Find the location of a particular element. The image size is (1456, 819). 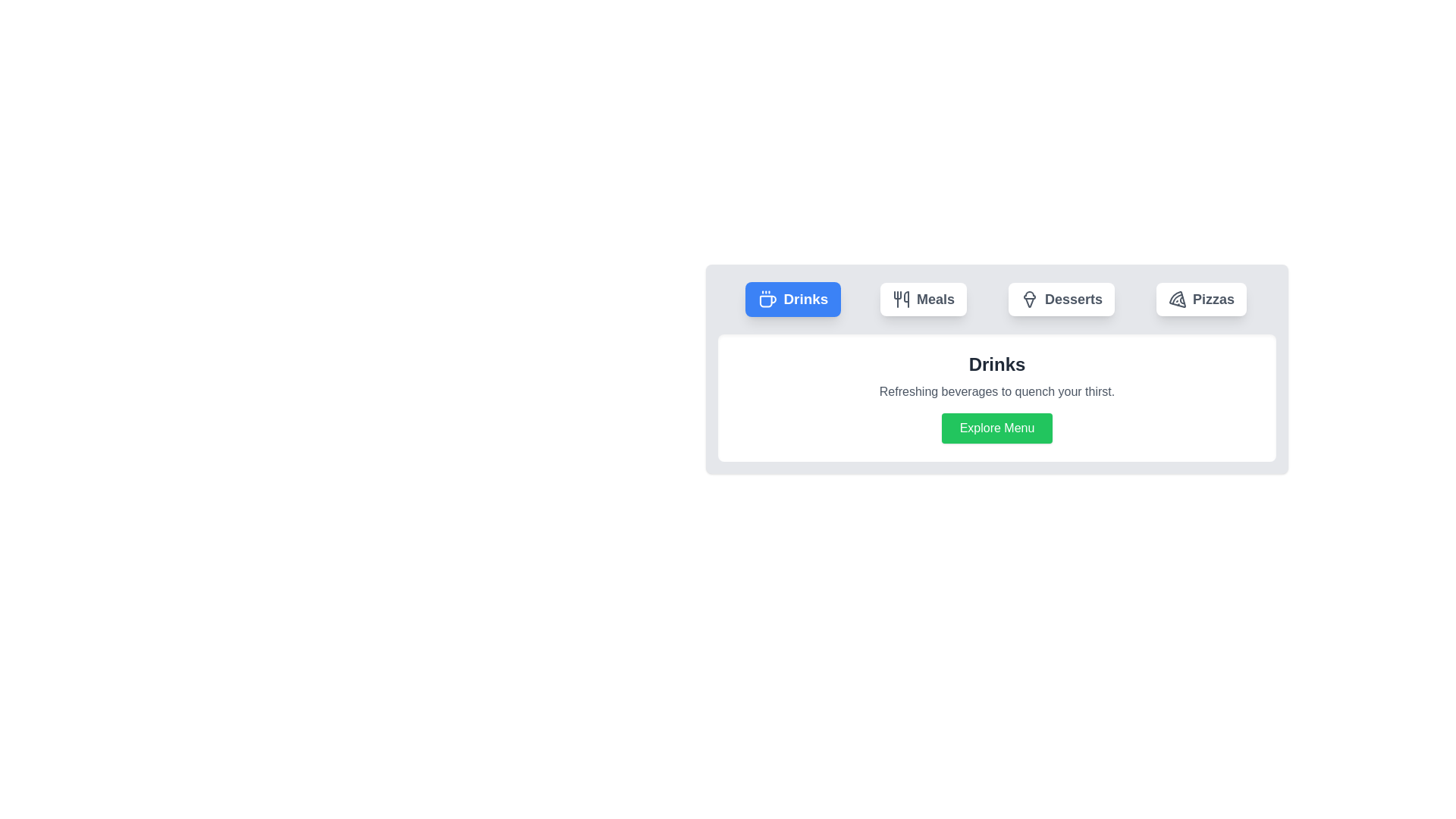

the word 'beverages' in the description text is located at coordinates (997, 391).